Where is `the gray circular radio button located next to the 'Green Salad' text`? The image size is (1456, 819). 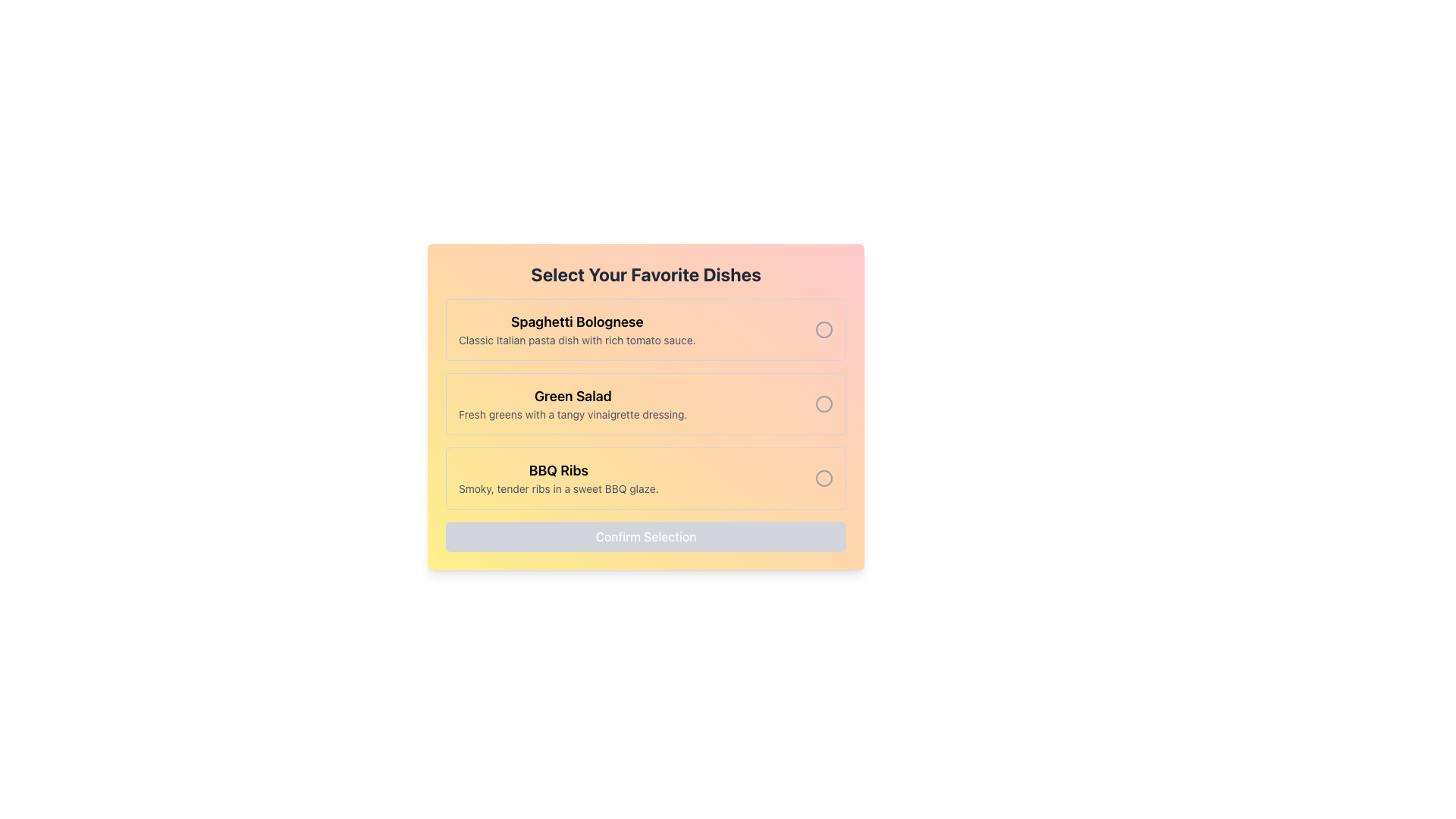
the gray circular radio button located next to the 'Green Salad' text is located at coordinates (823, 403).